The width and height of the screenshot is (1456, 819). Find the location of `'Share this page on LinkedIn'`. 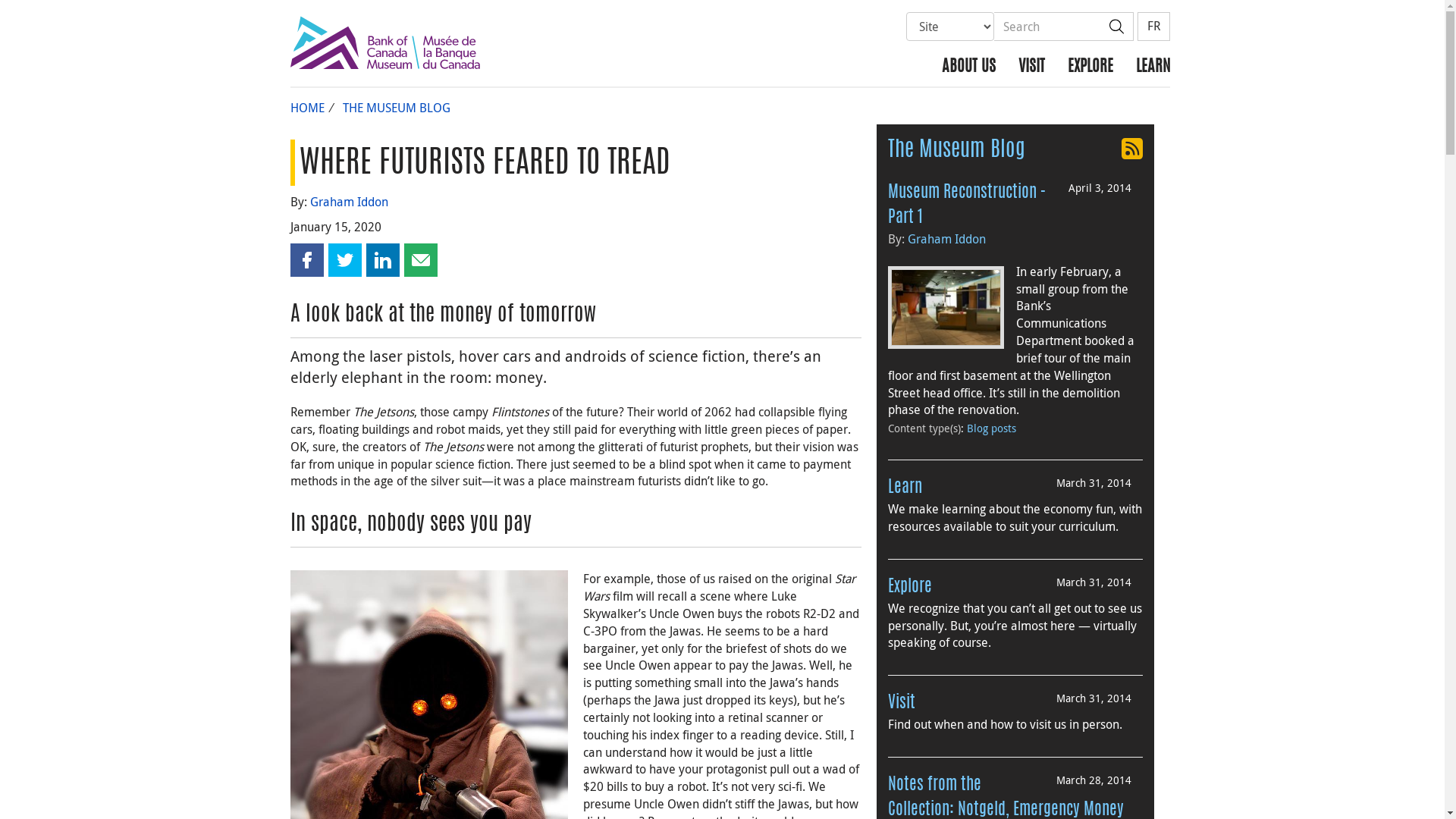

'Share this page on LinkedIn' is located at coordinates (382, 259).